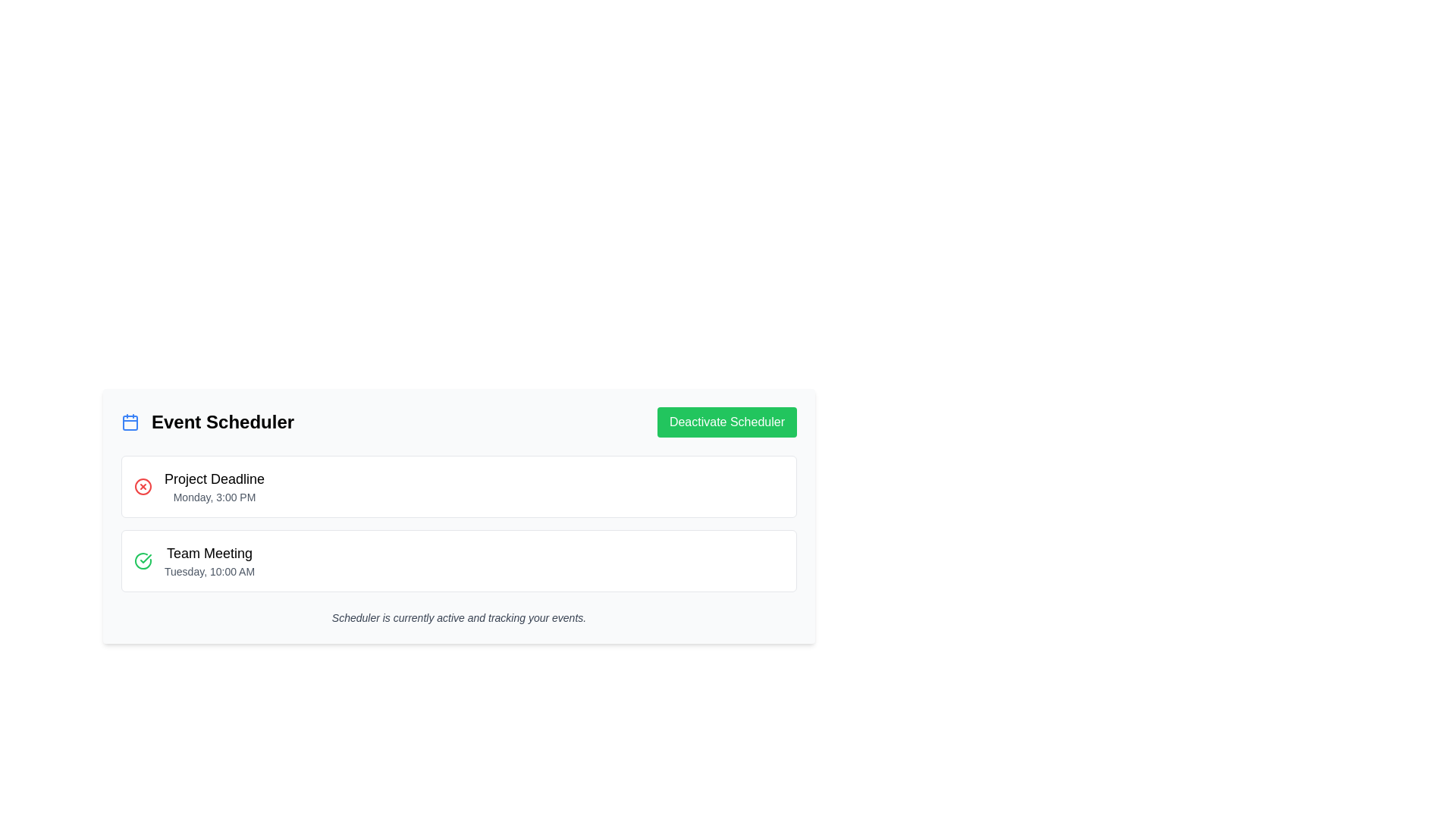 The image size is (1456, 819). Describe the element at coordinates (143, 561) in the screenshot. I see `the circular icon with a green outline and checkmark inside it, located in the second event card labeled 'Team Meeting', positioned to the left side of the text content` at that location.